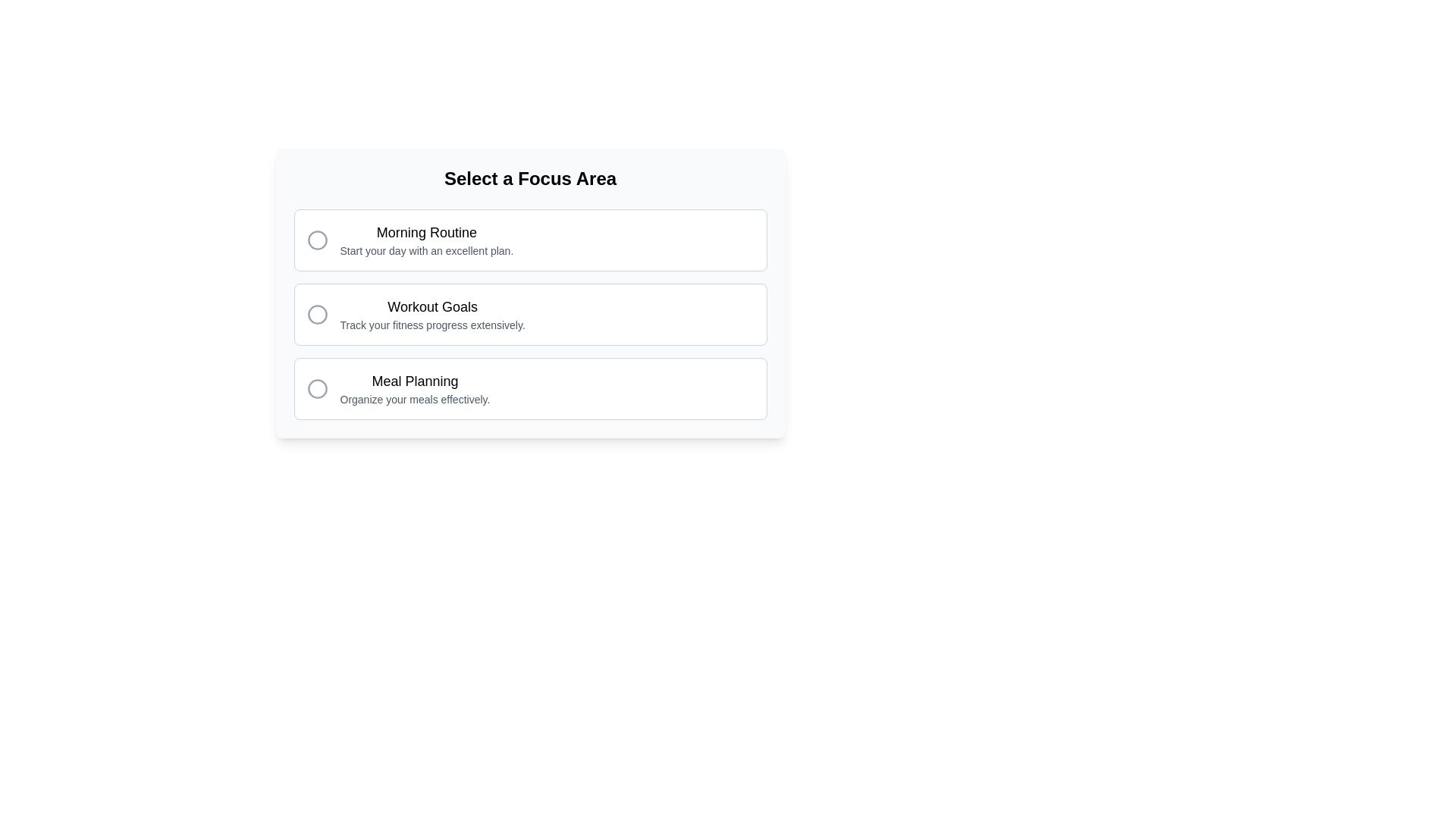 The height and width of the screenshot is (819, 1456). Describe the element at coordinates (316, 239) in the screenshot. I see `the icon associated with the 'Morning Routine' option, which is positioned to the left of the text 'Morning Routine'` at that location.